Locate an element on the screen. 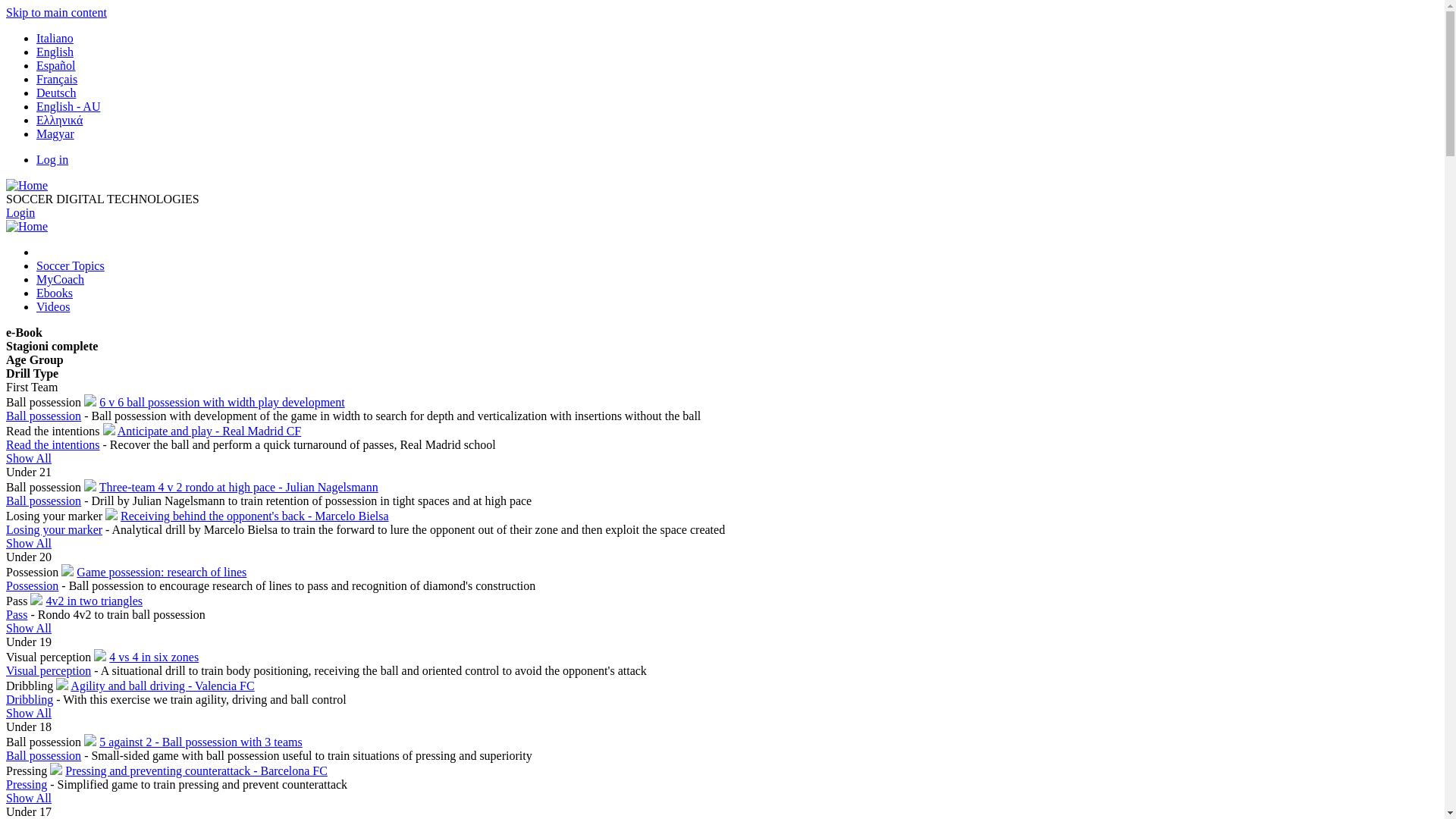  'Dribbling' is located at coordinates (29, 699).